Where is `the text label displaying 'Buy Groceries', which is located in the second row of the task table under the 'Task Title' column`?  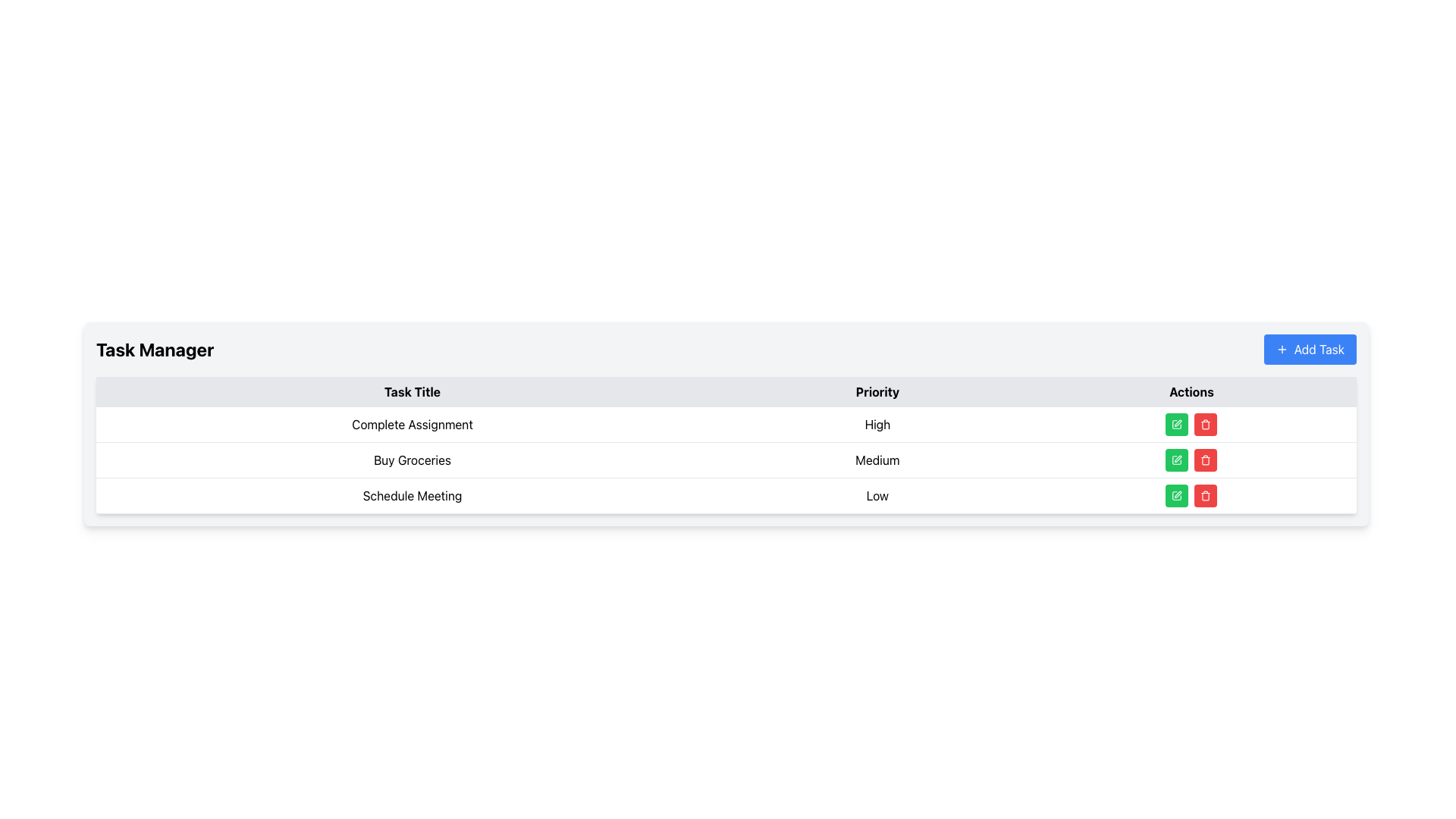 the text label displaying 'Buy Groceries', which is located in the second row of the task table under the 'Task Title' column is located at coordinates (412, 459).